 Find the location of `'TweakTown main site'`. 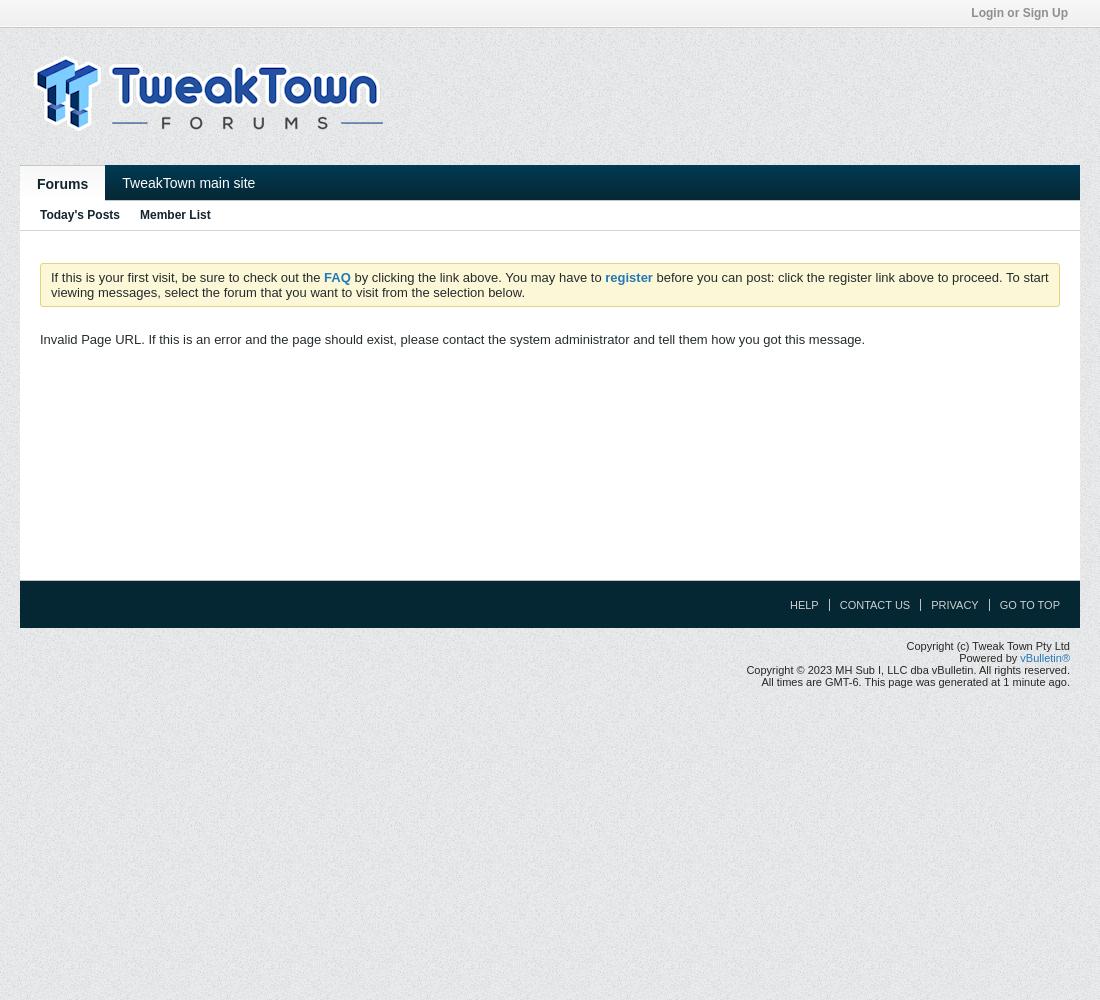

'TweakTown main site' is located at coordinates (187, 183).